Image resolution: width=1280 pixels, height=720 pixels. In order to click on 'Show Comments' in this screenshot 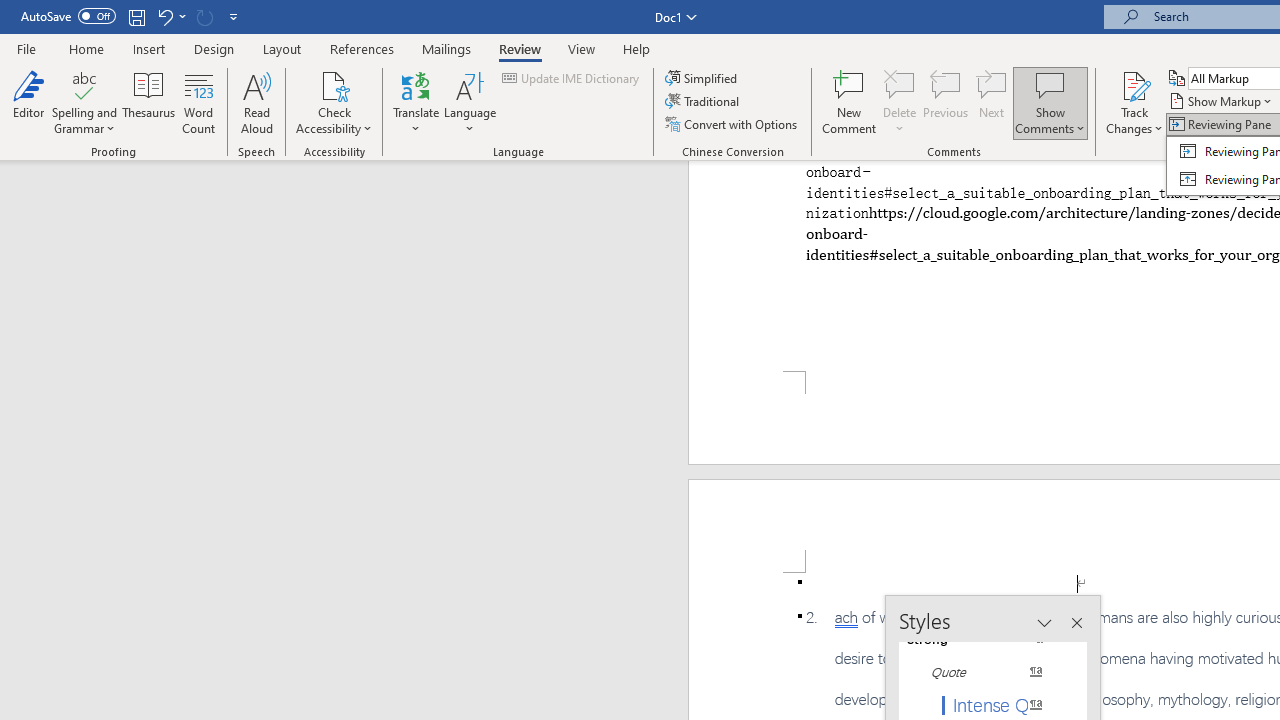, I will do `click(1049, 103)`.